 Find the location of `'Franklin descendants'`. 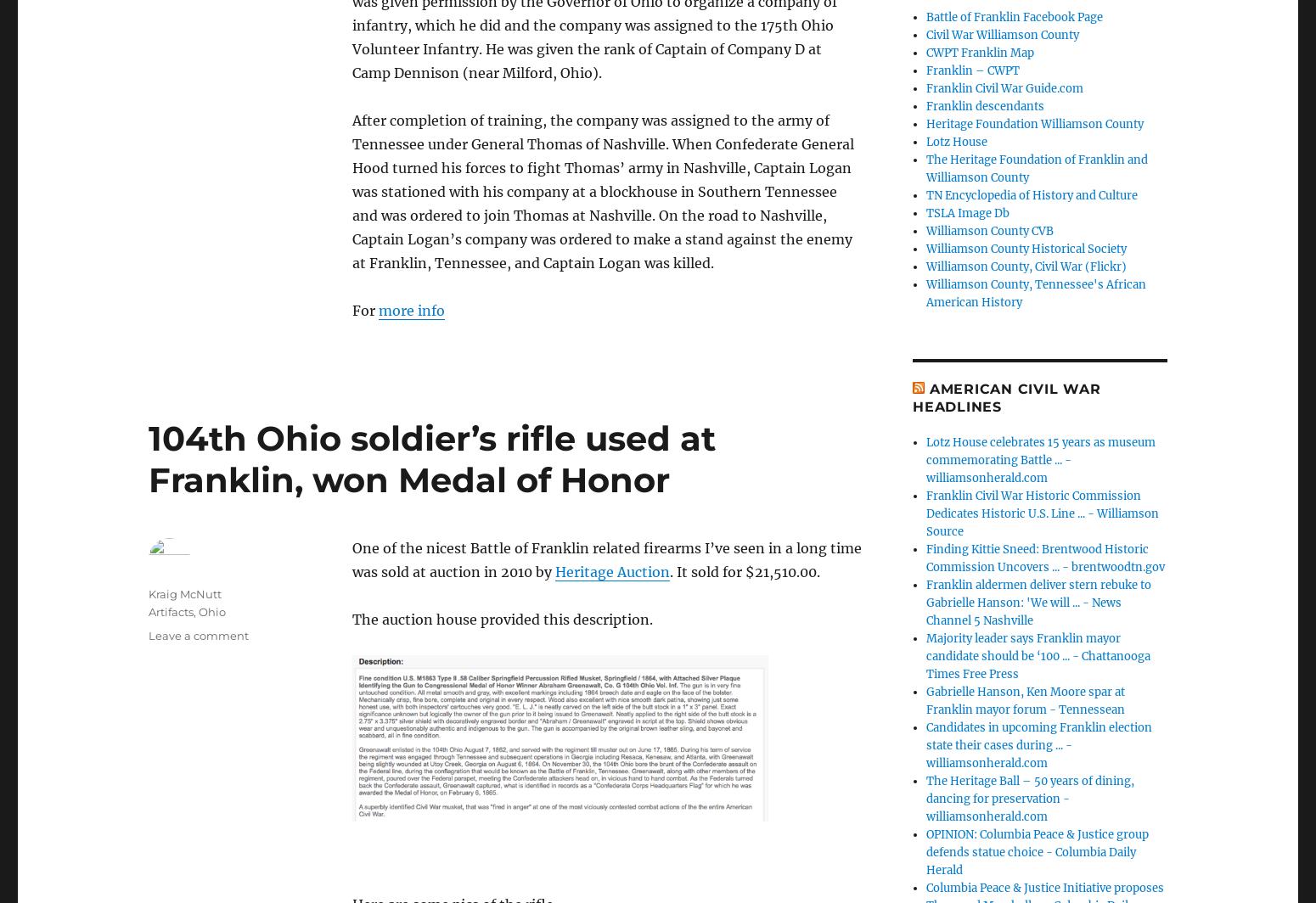

'Franklin descendants' is located at coordinates (984, 105).